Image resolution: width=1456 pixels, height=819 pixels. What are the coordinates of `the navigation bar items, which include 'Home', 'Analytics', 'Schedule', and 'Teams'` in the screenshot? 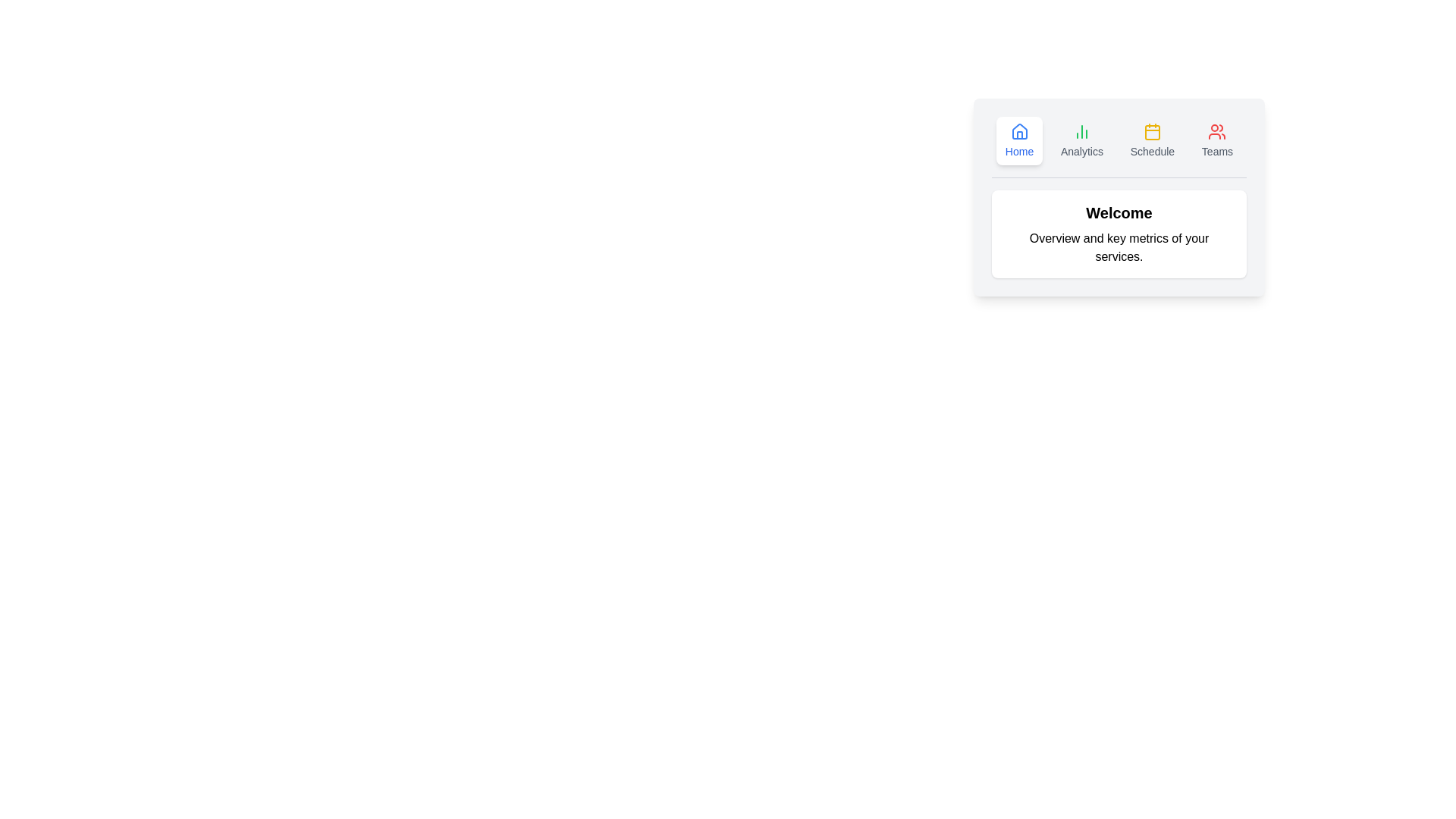 It's located at (1119, 147).